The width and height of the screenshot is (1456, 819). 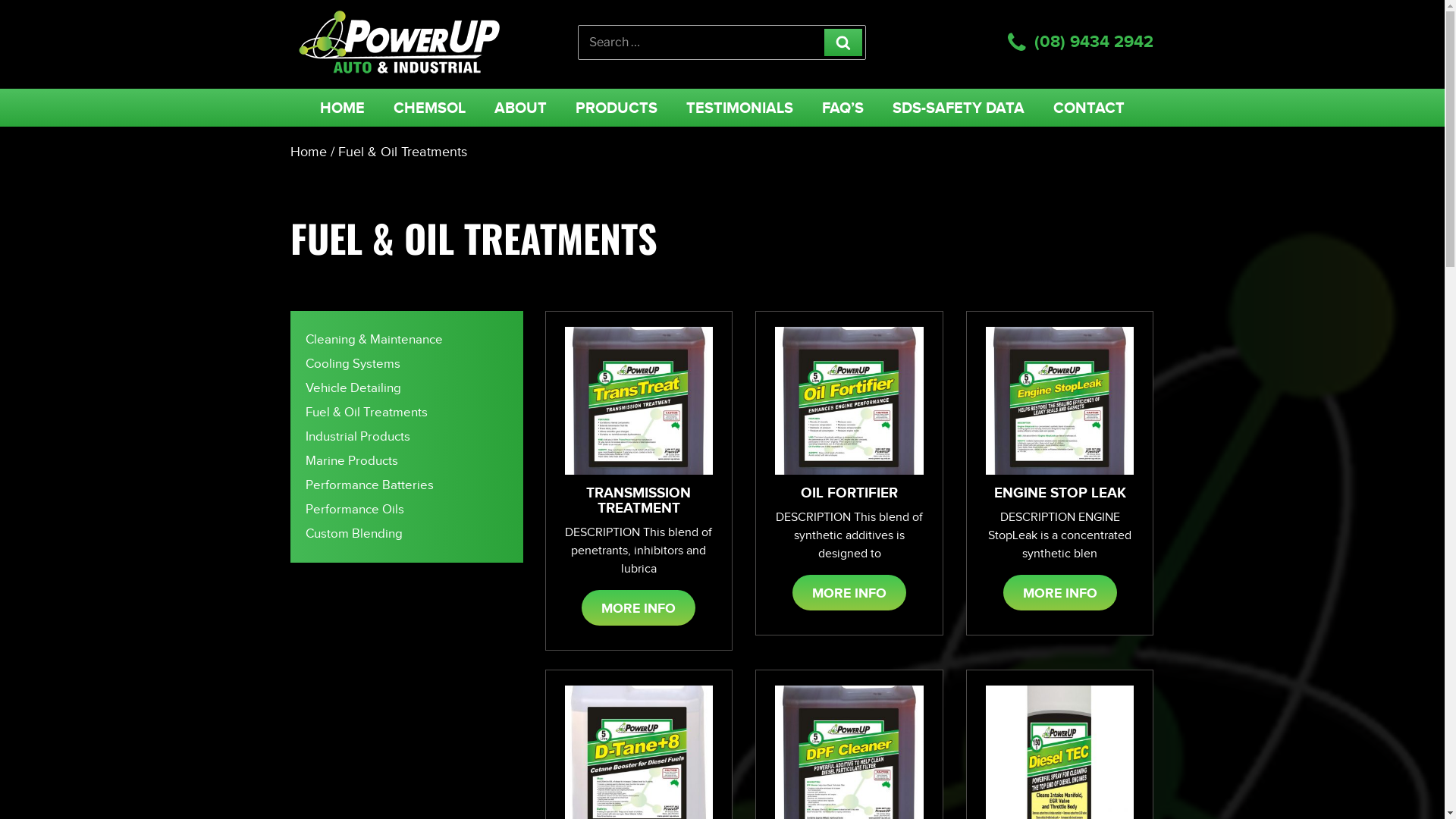 What do you see at coordinates (352, 388) in the screenshot?
I see `'Vehicle Detailing'` at bounding box center [352, 388].